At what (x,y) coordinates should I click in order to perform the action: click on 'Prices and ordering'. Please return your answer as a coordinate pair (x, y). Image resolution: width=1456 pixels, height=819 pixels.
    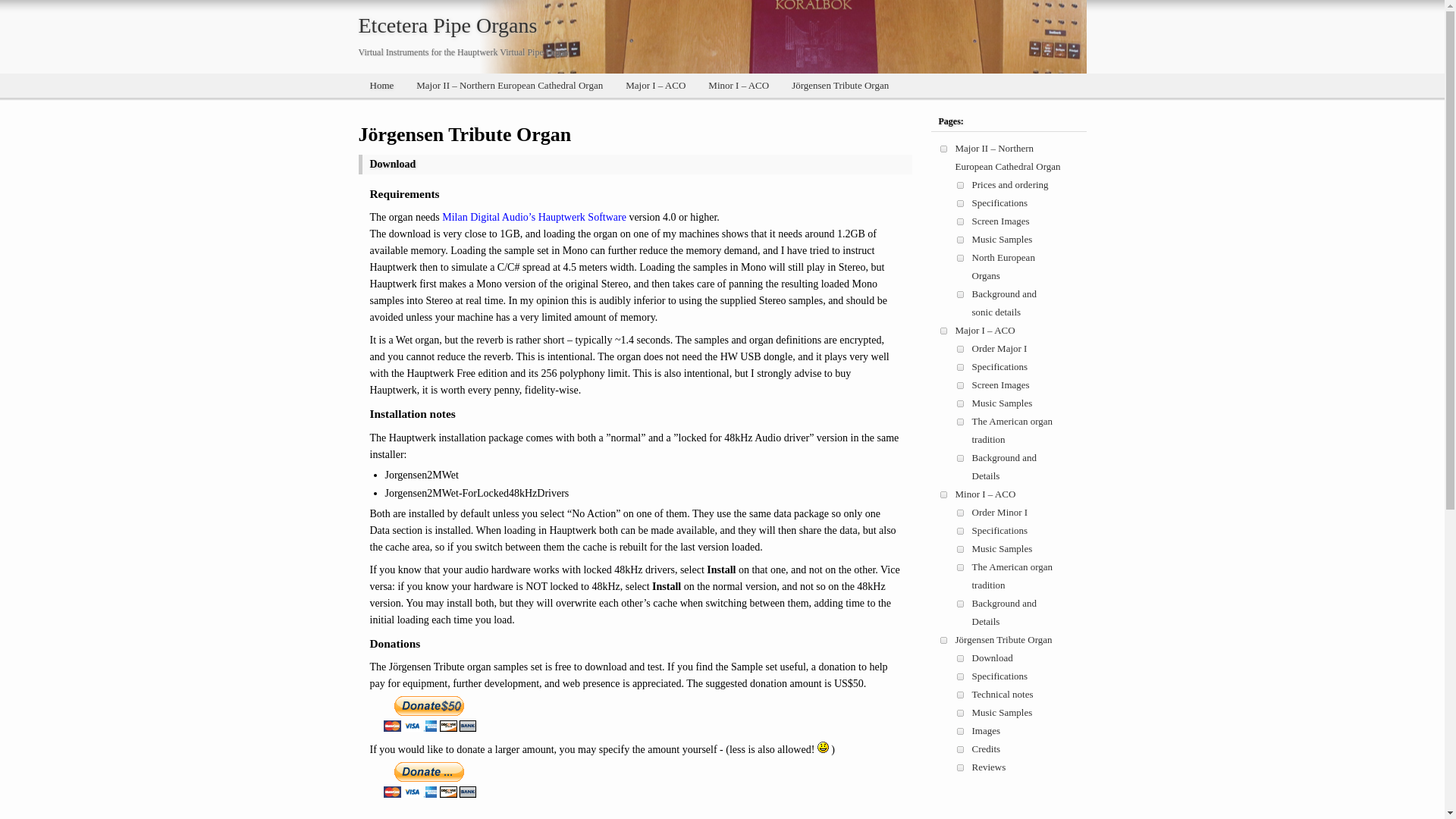
    Looking at the image, I should click on (1010, 184).